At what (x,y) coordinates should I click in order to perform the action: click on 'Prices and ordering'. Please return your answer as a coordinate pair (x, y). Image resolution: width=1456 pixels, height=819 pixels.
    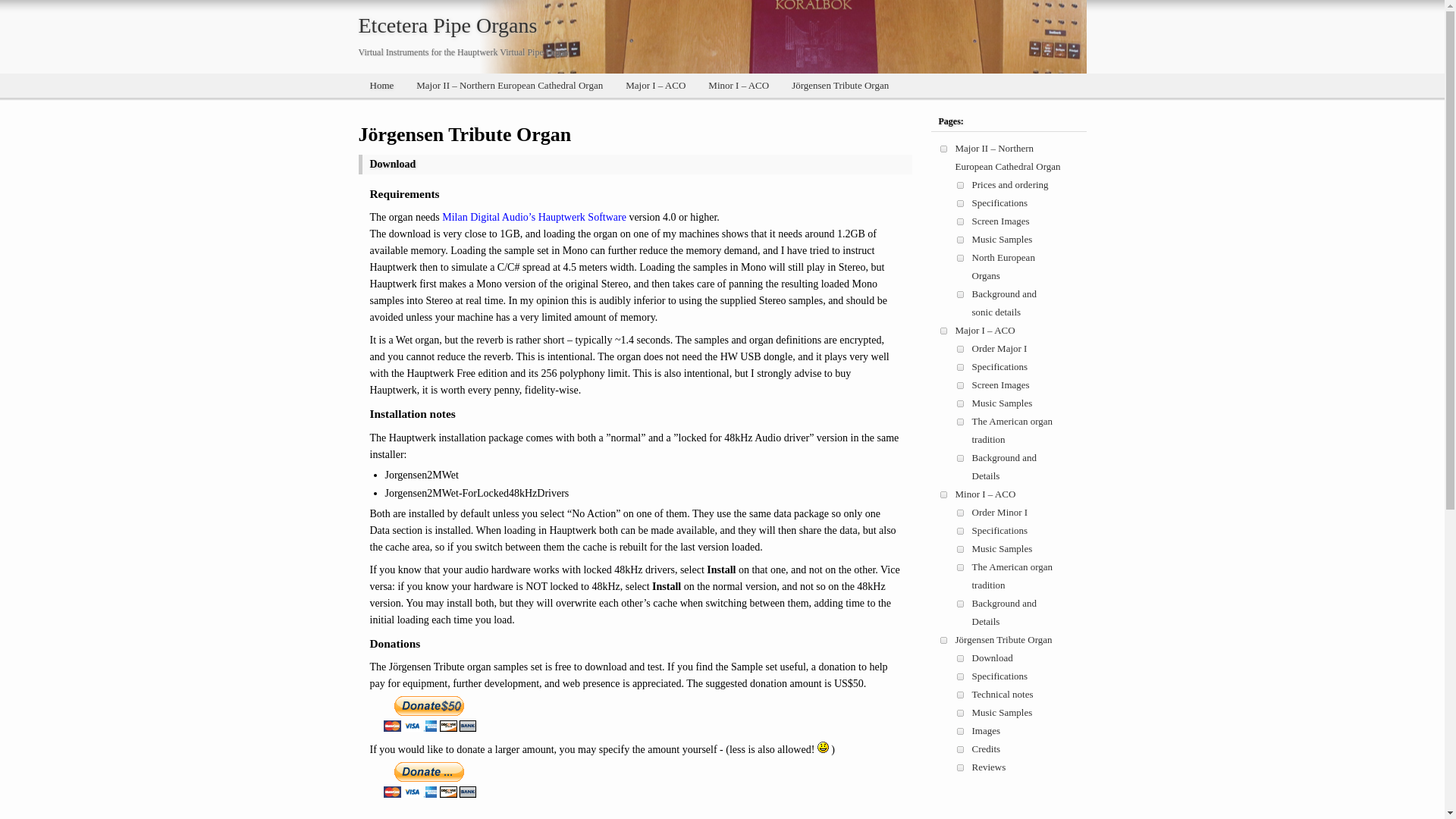
    Looking at the image, I should click on (1010, 184).